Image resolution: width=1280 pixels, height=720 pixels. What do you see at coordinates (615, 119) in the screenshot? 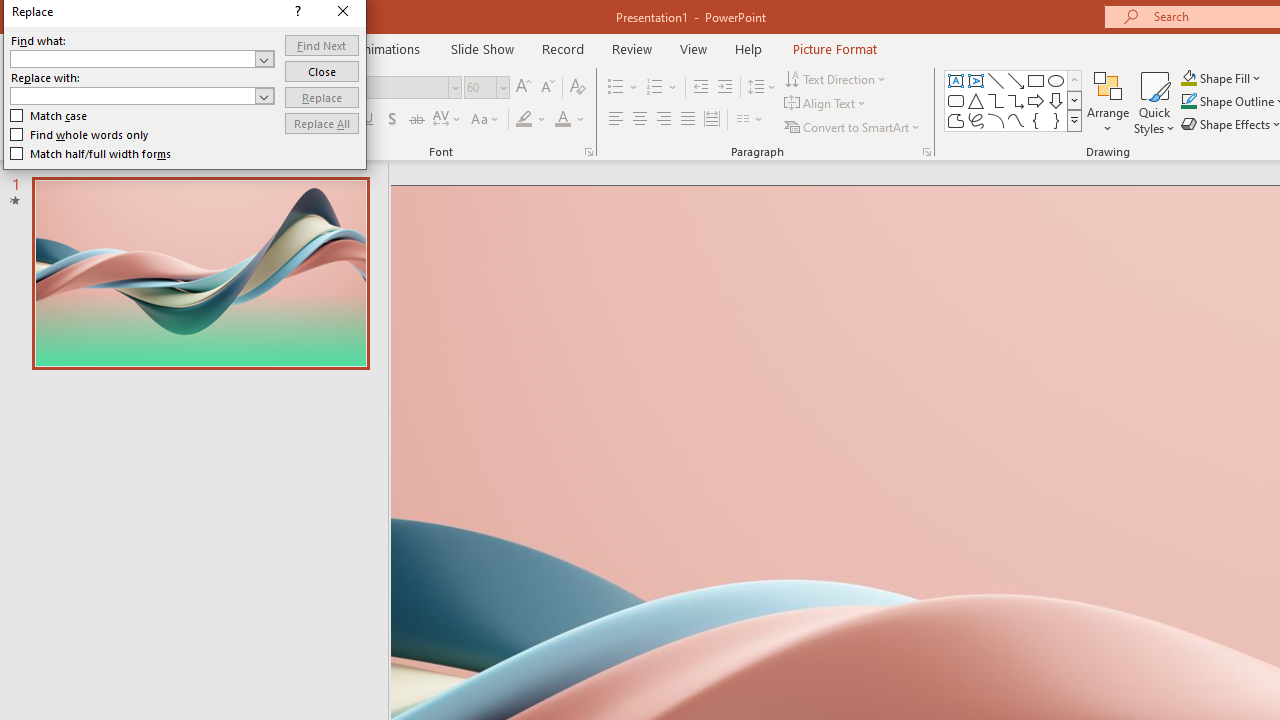
I see `'Align Left'` at bounding box center [615, 119].